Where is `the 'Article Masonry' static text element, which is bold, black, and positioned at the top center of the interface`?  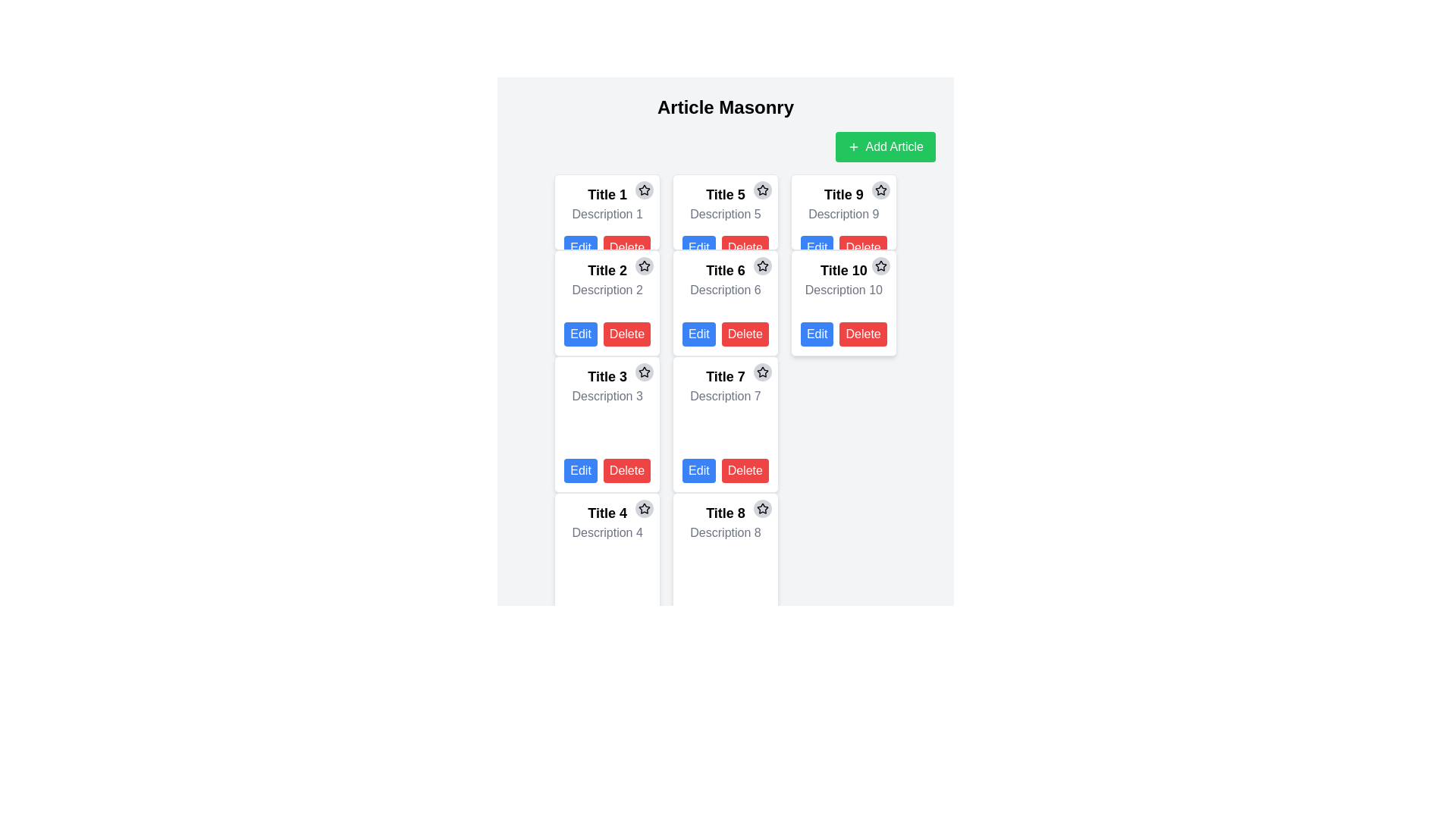 the 'Article Masonry' static text element, which is bold, black, and positioned at the top center of the interface is located at coordinates (724, 107).